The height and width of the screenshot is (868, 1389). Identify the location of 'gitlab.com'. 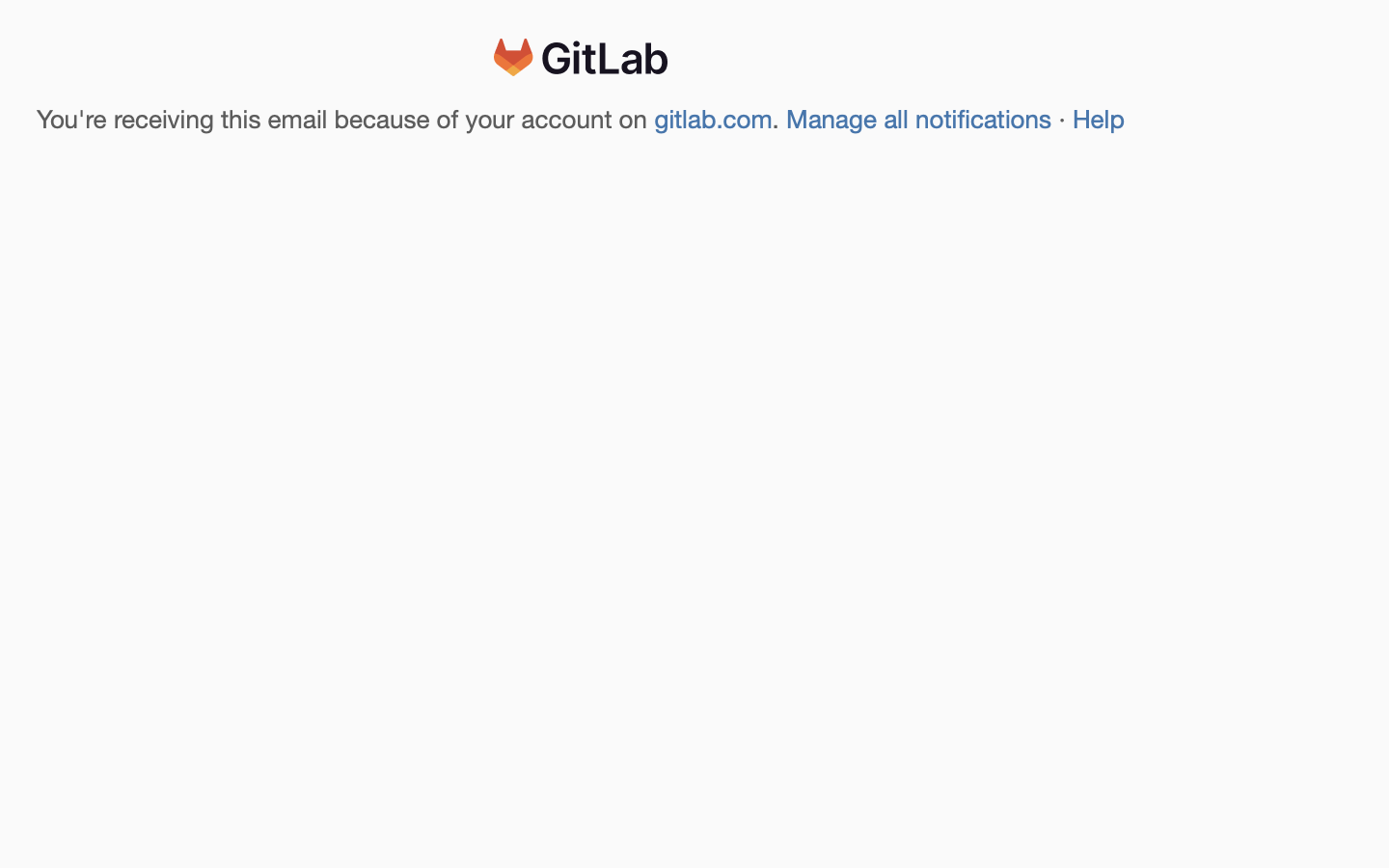
(713, 120).